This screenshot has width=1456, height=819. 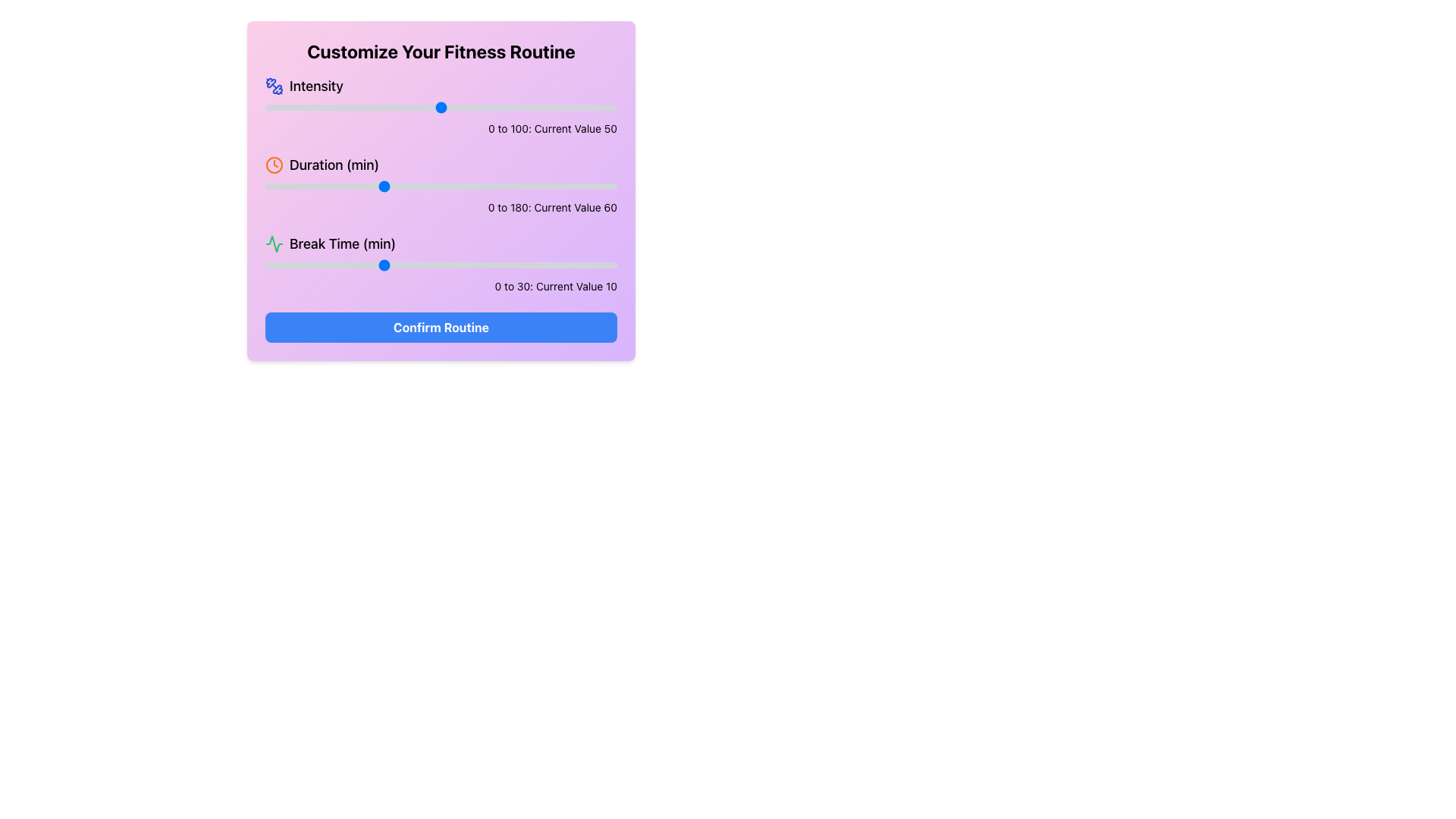 I want to click on duration, so click(x=570, y=186).